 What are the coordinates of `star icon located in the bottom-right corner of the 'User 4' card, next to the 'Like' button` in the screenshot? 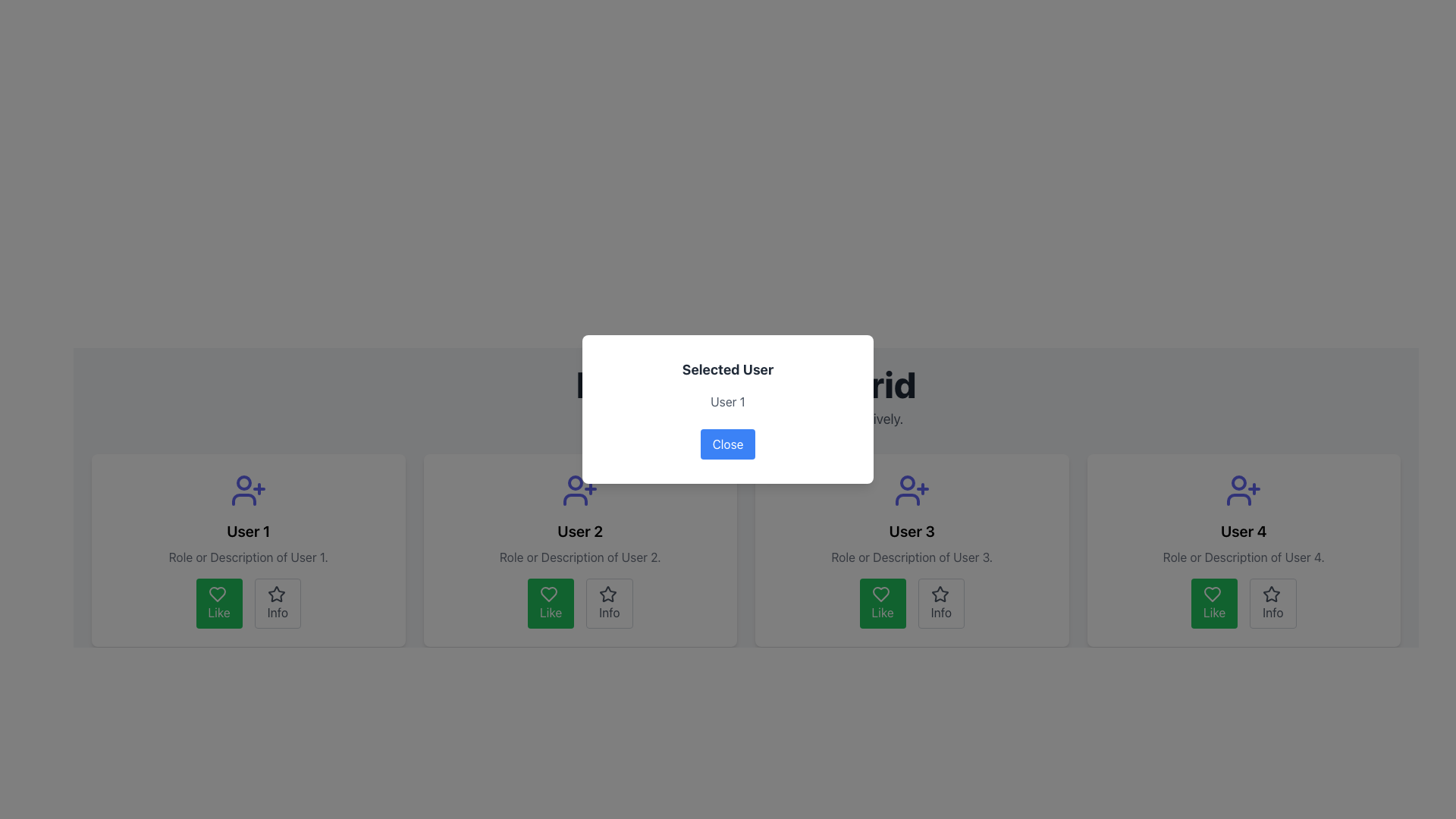 It's located at (1272, 593).